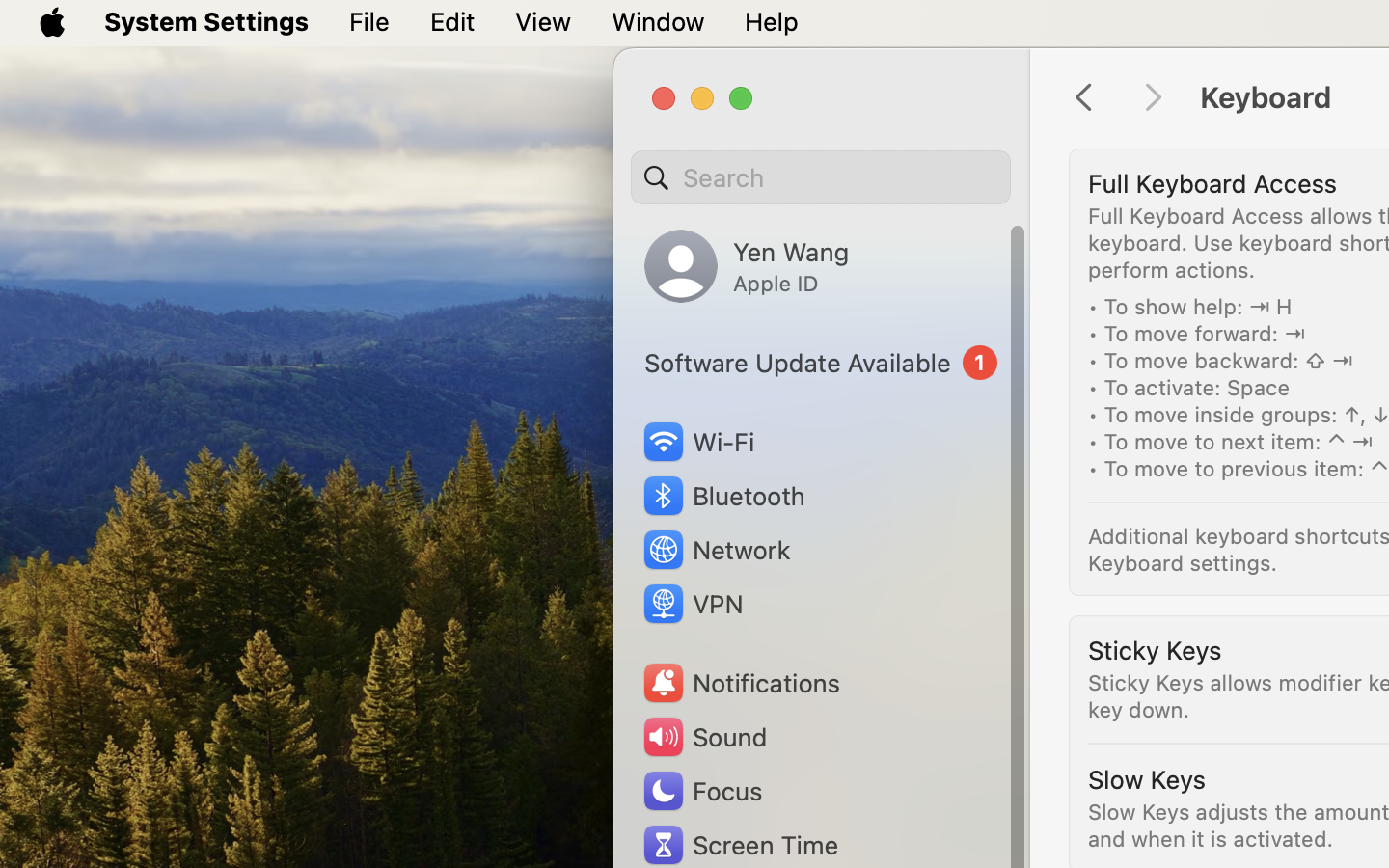 This screenshot has width=1389, height=868. Describe the element at coordinates (722, 494) in the screenshot. I see `'Bluetooth'` at that location.